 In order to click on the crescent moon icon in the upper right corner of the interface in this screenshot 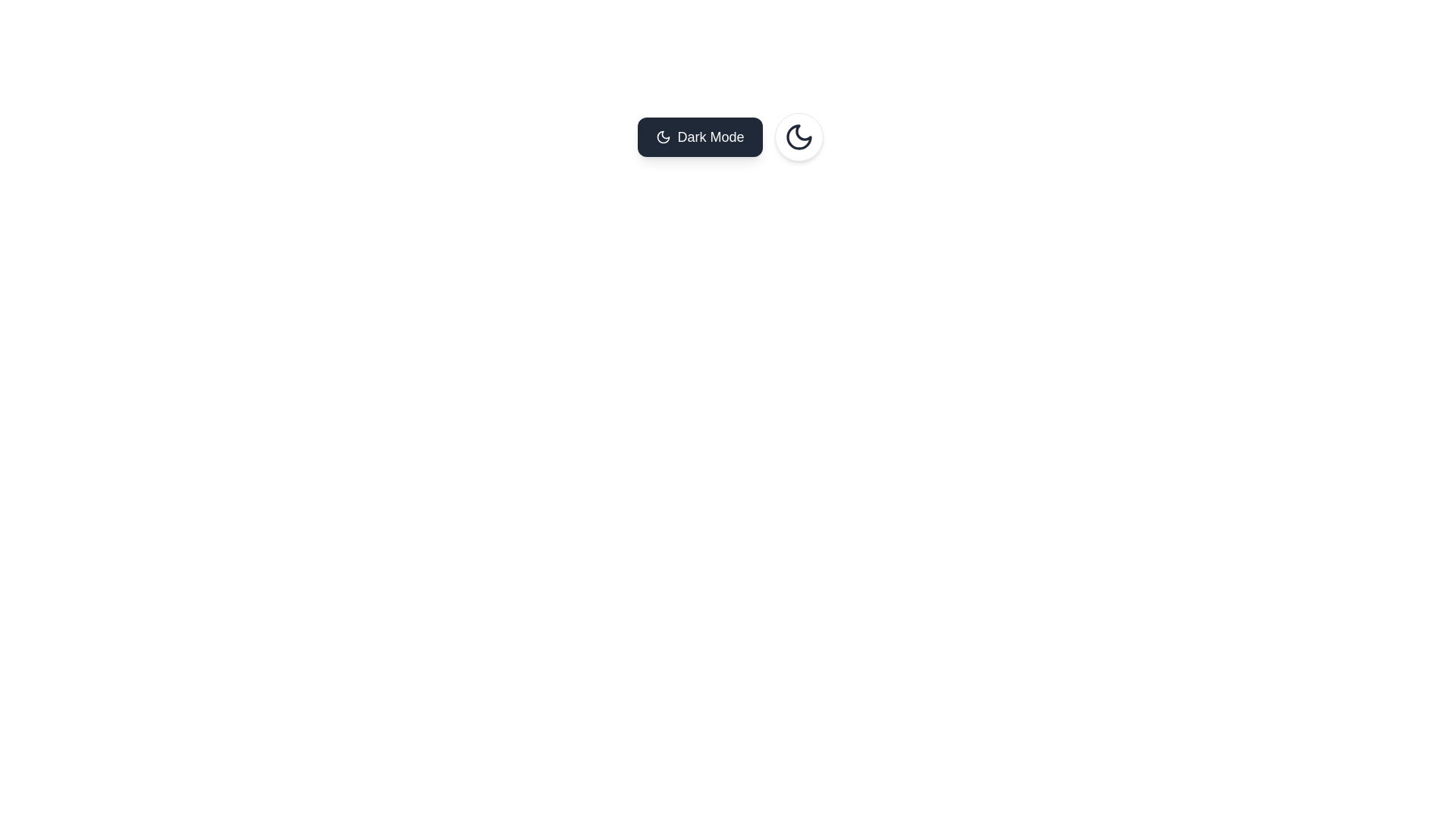, I will do `click(798, 137)`.